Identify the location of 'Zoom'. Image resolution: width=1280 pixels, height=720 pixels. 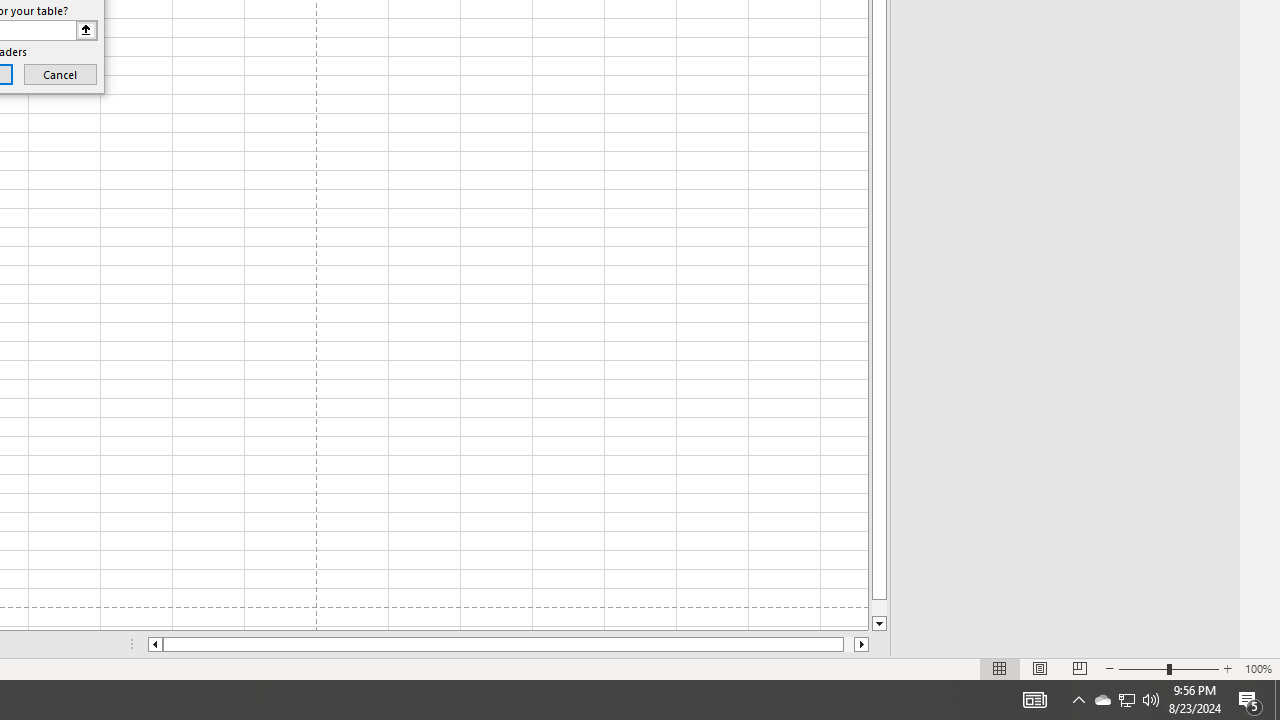
(1168, 669).